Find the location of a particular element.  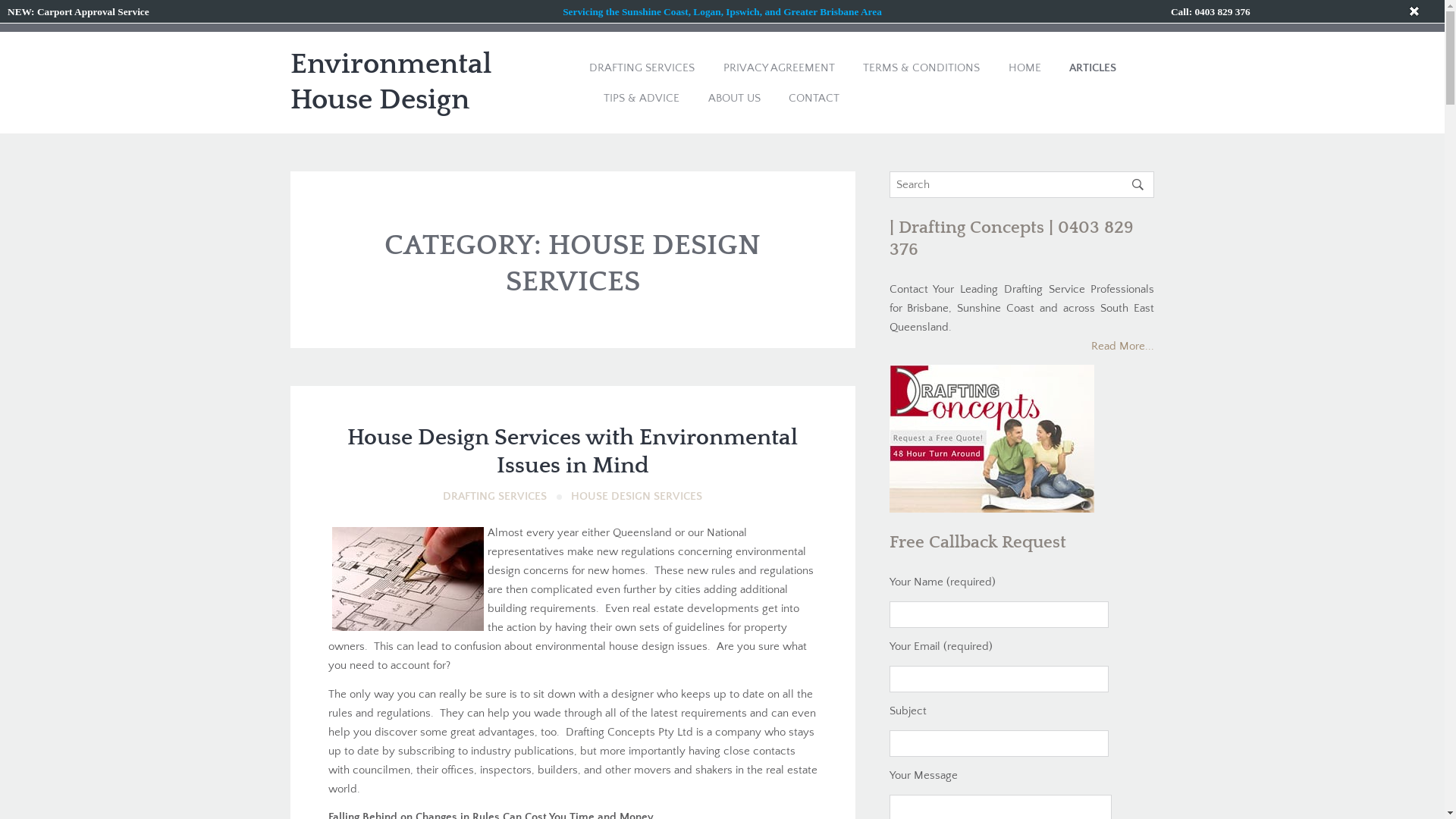

'Read More...' is located at coordinates (1122, 346).